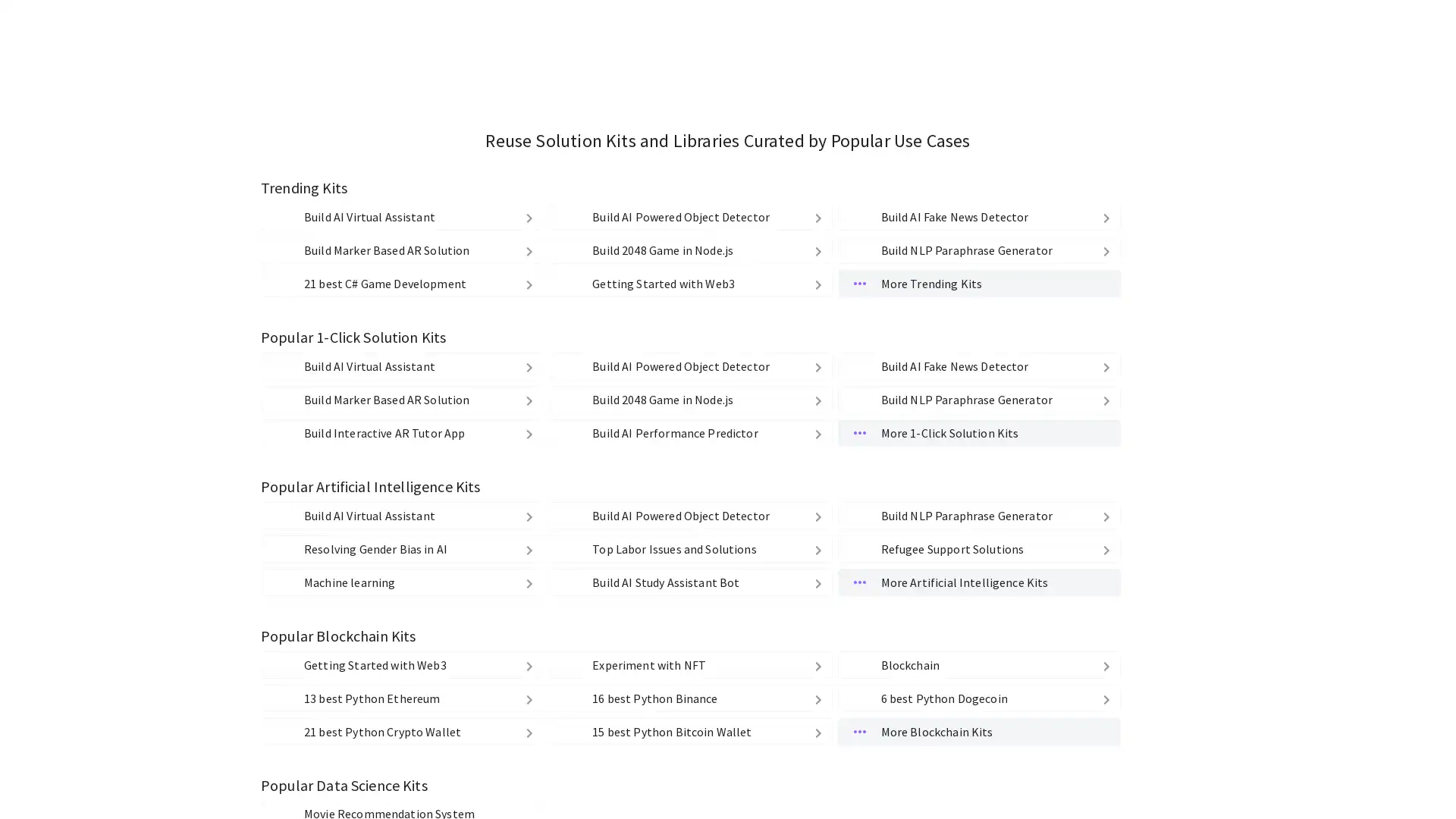 This screenshot has width=1456, height=819. I want to click on marker-based-ar-kit-using-mindar Build Marker Based AR Solution, so click(402, 780).